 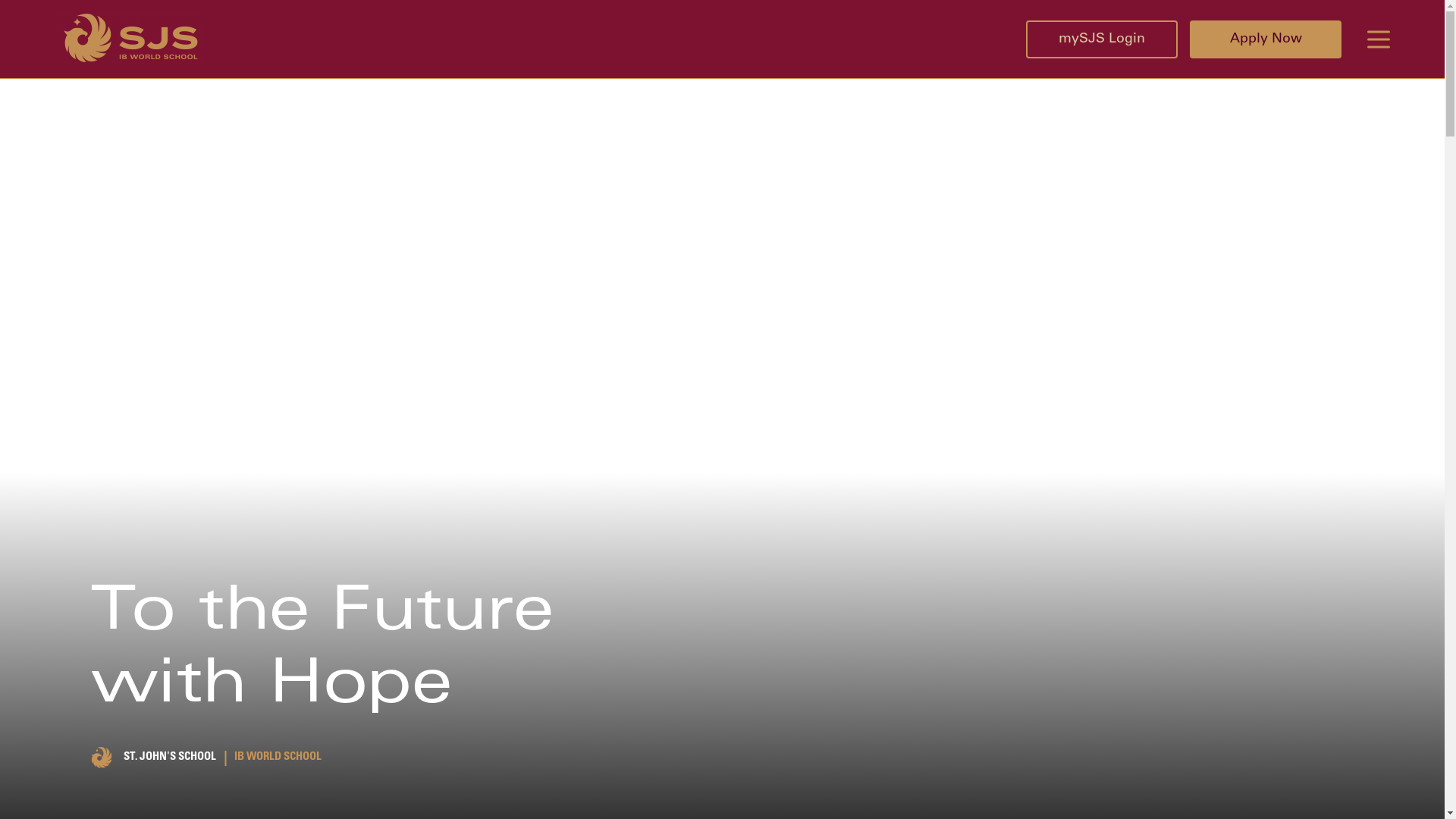 I want to click on 'mySJS Login', so click(x=1102, y=37).